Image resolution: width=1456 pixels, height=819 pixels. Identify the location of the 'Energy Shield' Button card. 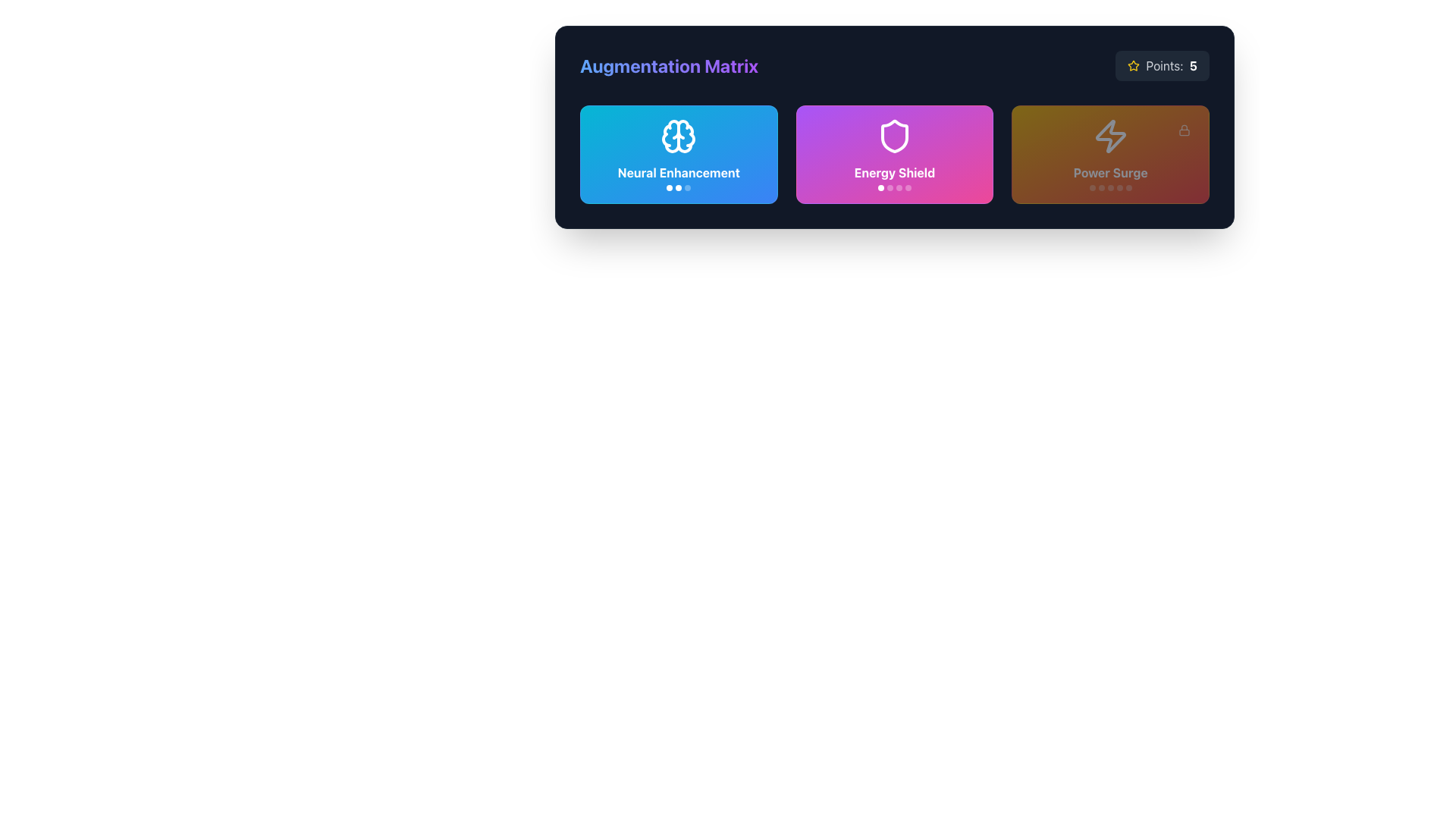
(894, 155).